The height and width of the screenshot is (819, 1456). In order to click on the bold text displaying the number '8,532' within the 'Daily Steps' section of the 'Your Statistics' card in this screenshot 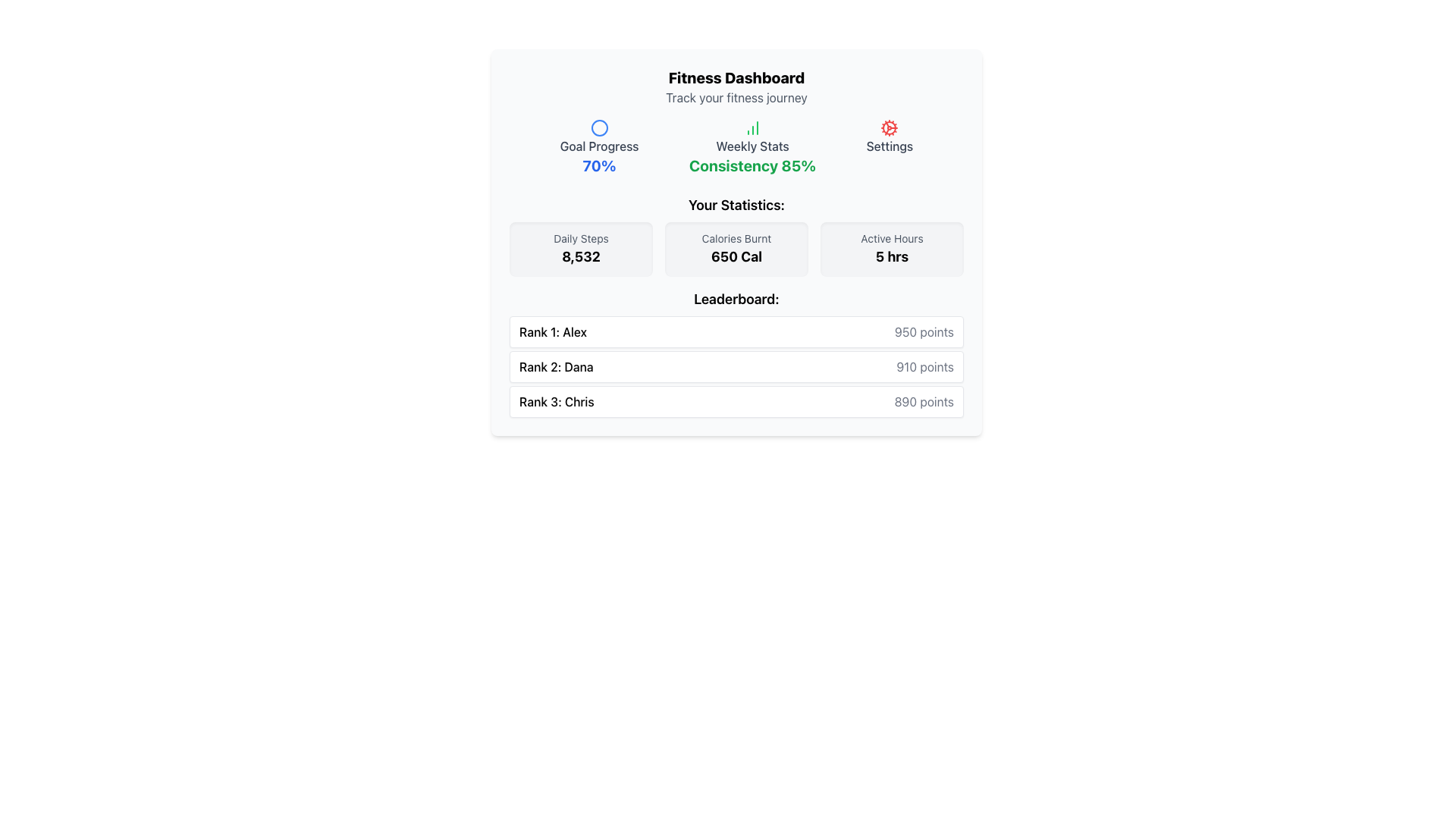, I will do `click(580, 256)`.